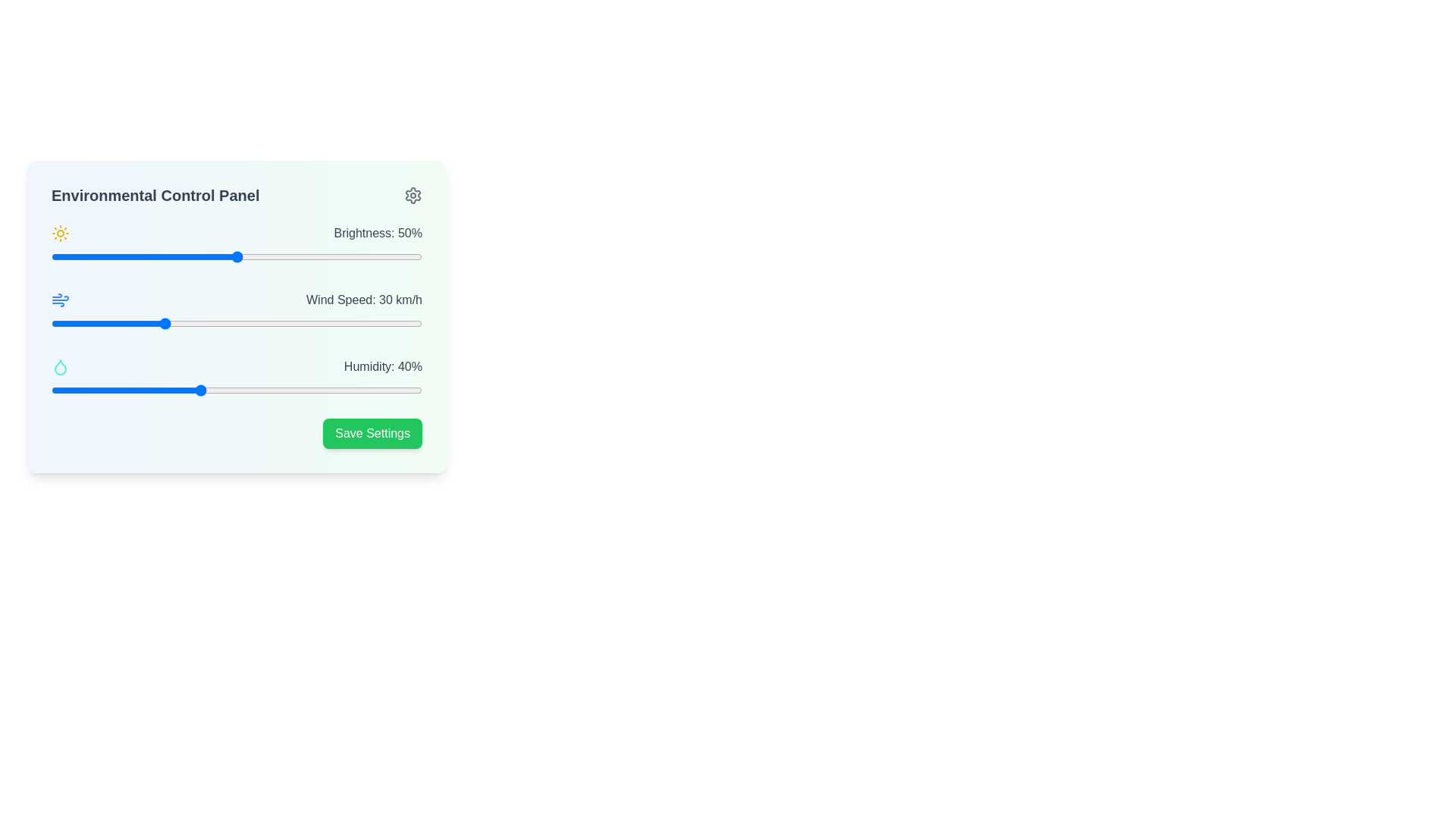 This screenshot has height=819, width=1456. Describe the element at coordinates (236, 323) in the screenshot. I see `the knob of the wind speed slider` at that location.